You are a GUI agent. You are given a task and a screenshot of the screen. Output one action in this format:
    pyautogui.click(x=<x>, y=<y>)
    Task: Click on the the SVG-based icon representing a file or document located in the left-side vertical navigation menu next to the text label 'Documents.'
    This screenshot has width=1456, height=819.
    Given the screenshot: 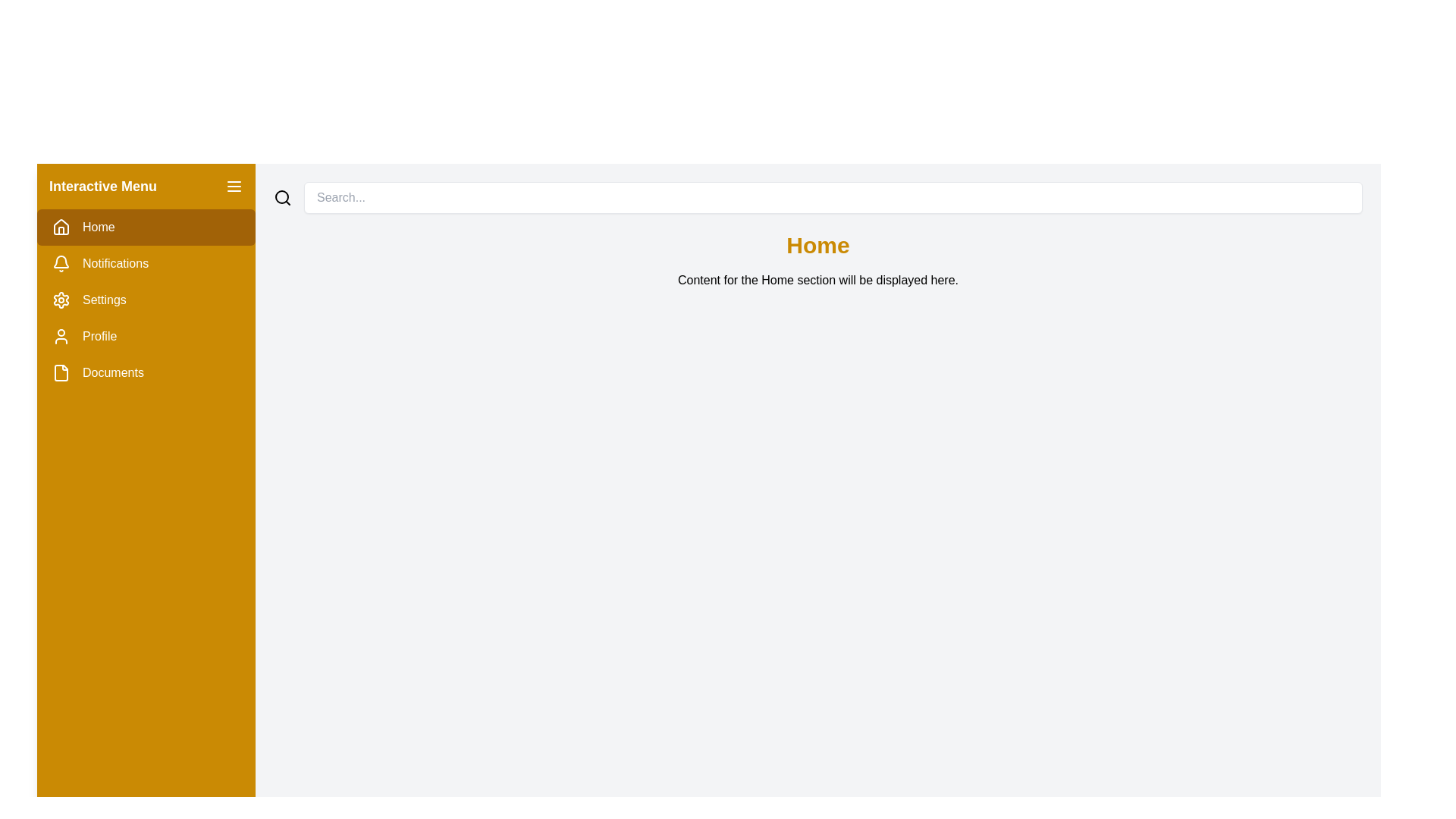 What is the action you would take?
    pyautogui.click(x=61, y=373)
    